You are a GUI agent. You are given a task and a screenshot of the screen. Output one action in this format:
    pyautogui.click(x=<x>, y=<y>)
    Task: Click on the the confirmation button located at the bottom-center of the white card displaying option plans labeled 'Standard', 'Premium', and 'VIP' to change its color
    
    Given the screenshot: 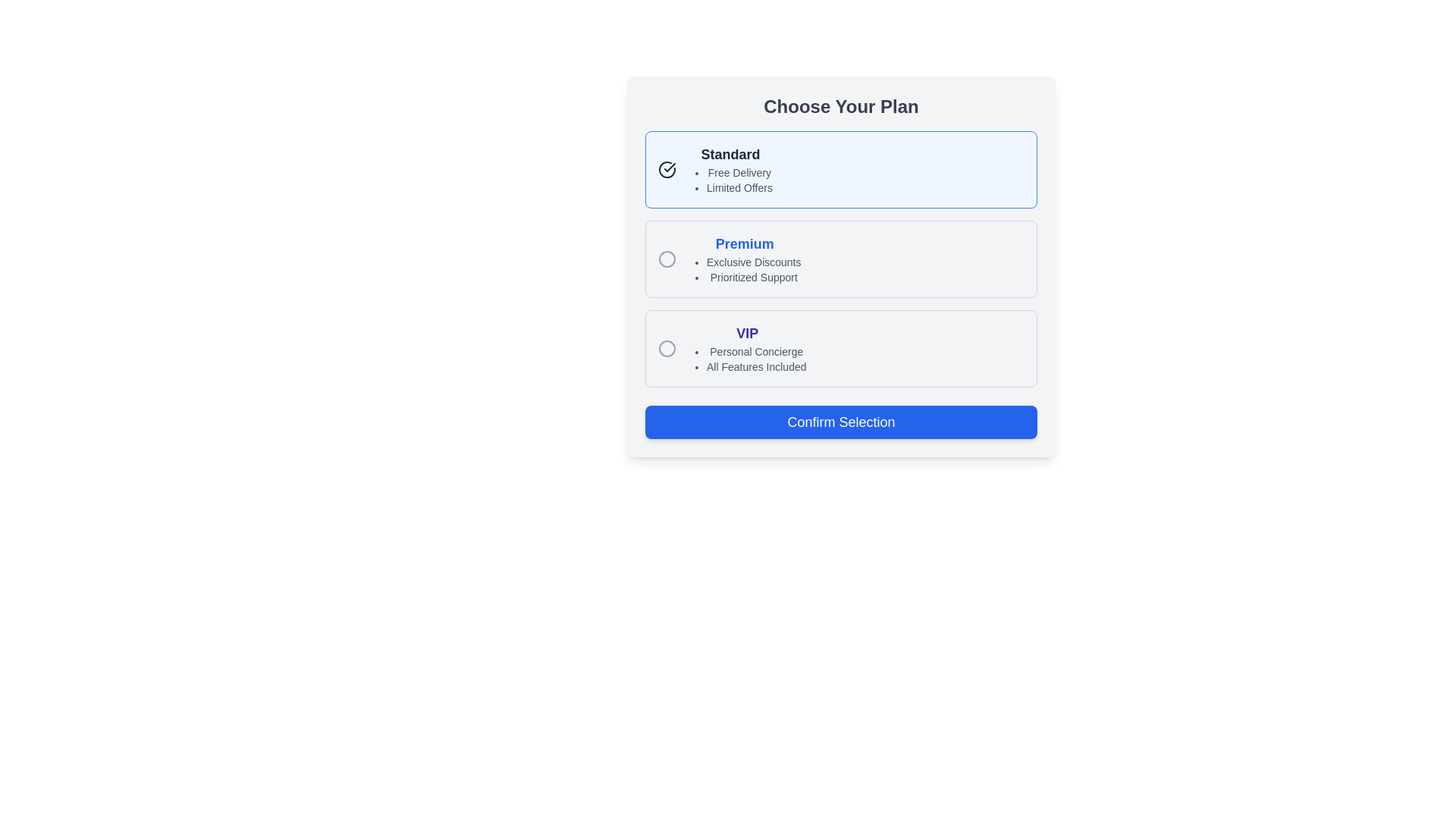 What is the action you would take?
    pyautogui.click(x=840, y=422)
    